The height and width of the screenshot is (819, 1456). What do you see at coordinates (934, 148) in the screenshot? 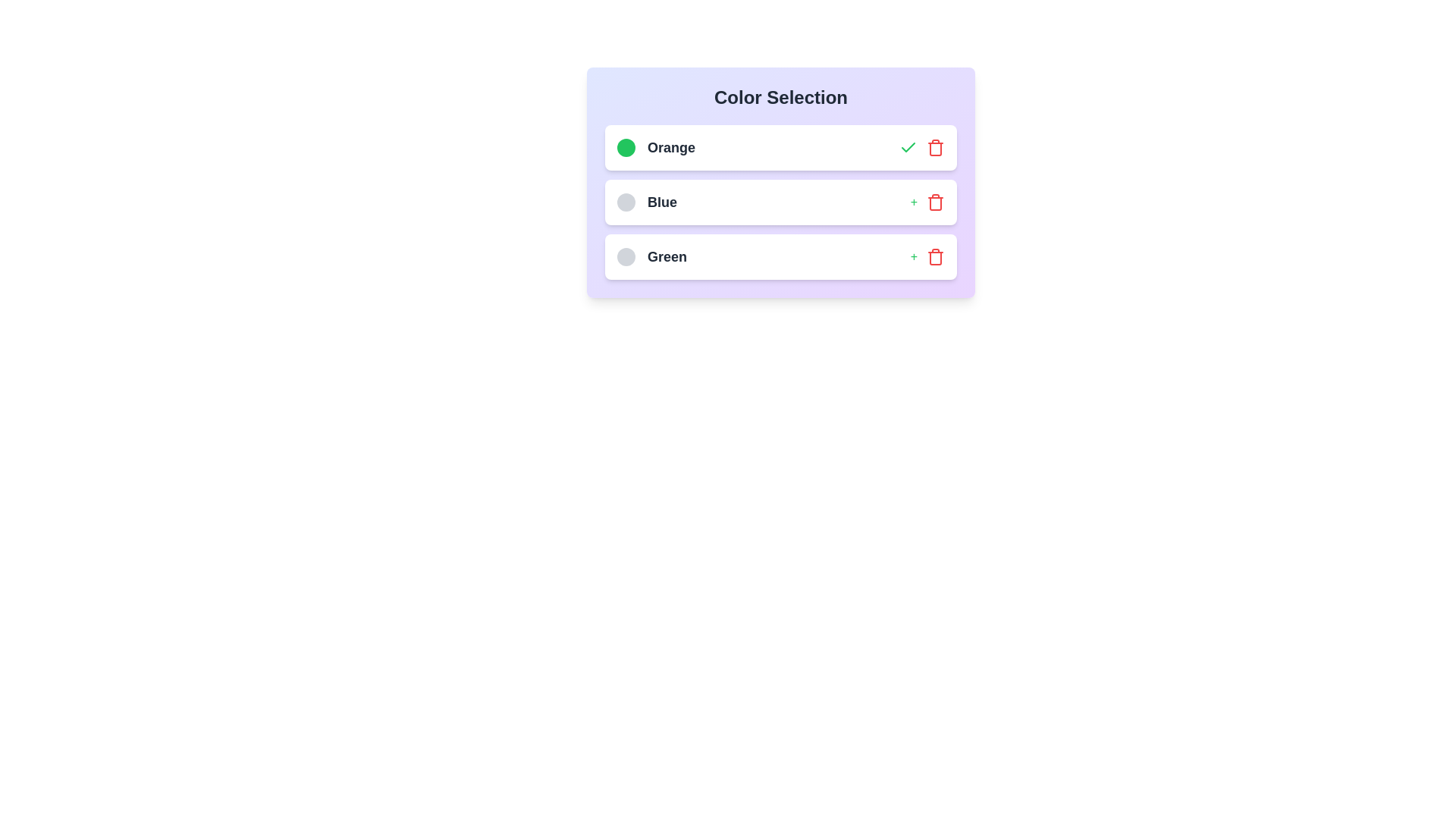
I see `trash icon to remove the color item Orange` at bounding box center [934, 148].